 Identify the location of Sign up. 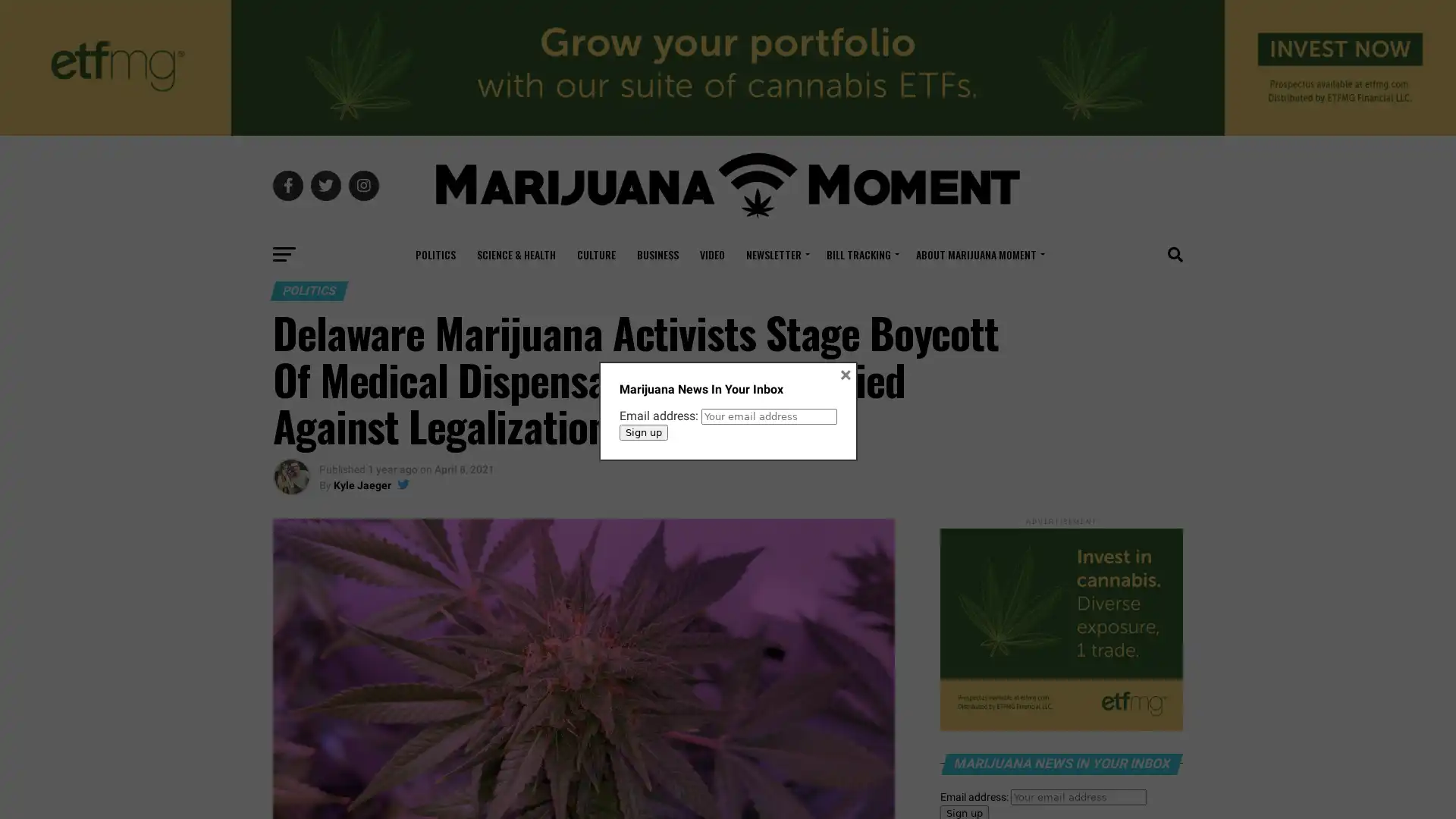
(643, 431).